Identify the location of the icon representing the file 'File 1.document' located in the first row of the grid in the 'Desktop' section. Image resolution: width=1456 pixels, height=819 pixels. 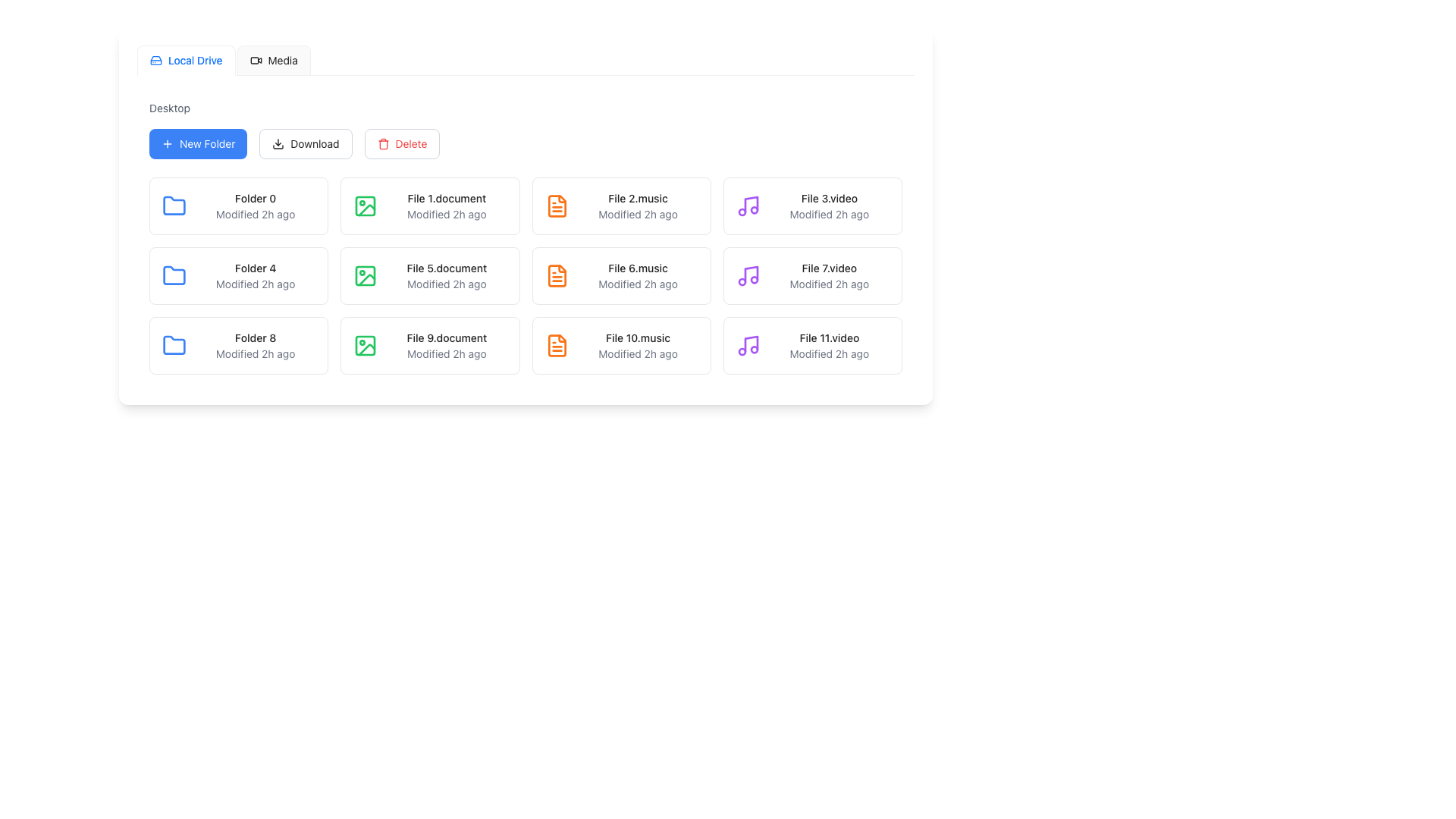
(366, 206).